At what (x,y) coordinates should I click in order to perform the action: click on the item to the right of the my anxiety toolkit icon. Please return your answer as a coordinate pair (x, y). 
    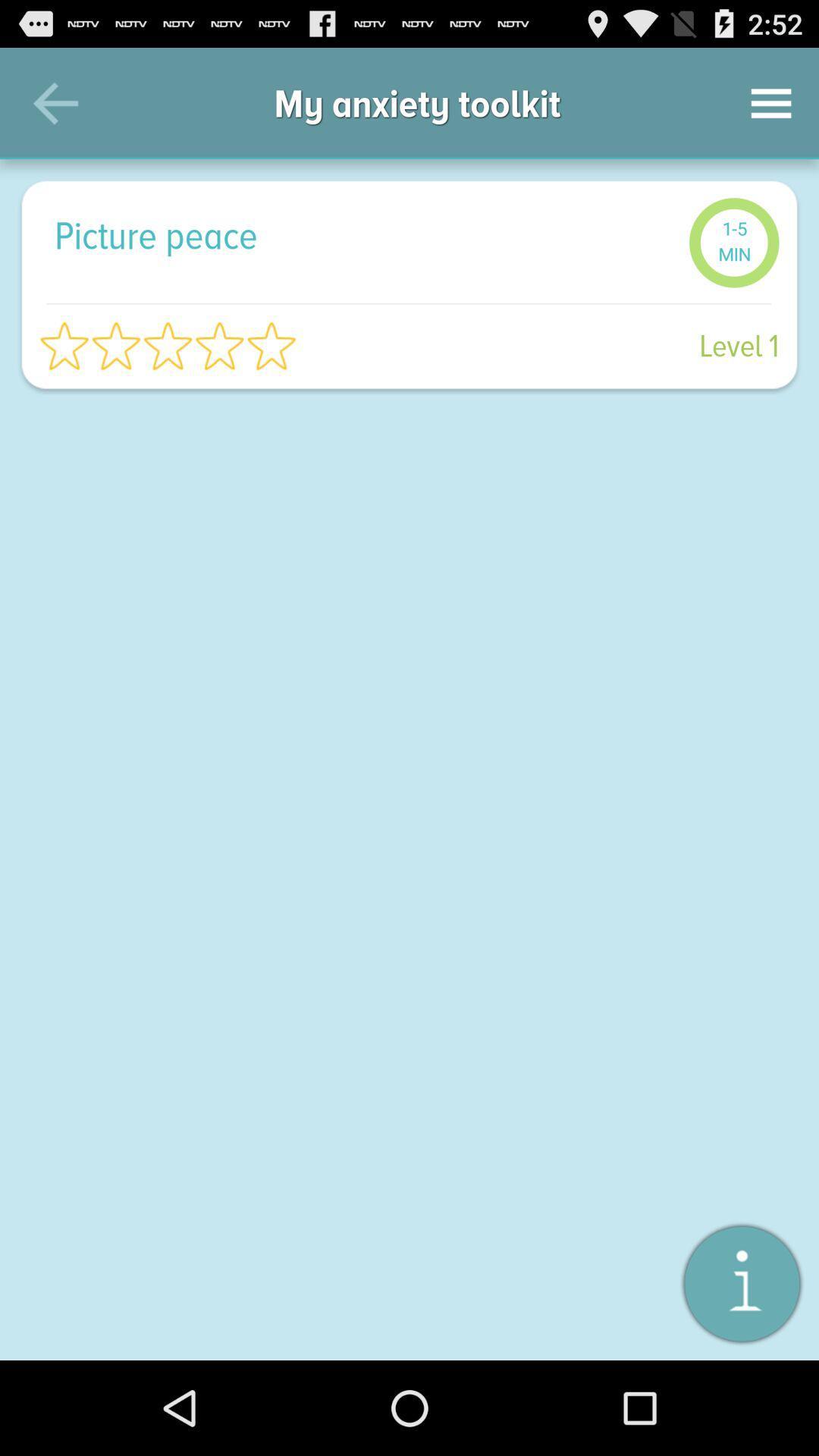
    Looking at the image, I should click on (771, 102).